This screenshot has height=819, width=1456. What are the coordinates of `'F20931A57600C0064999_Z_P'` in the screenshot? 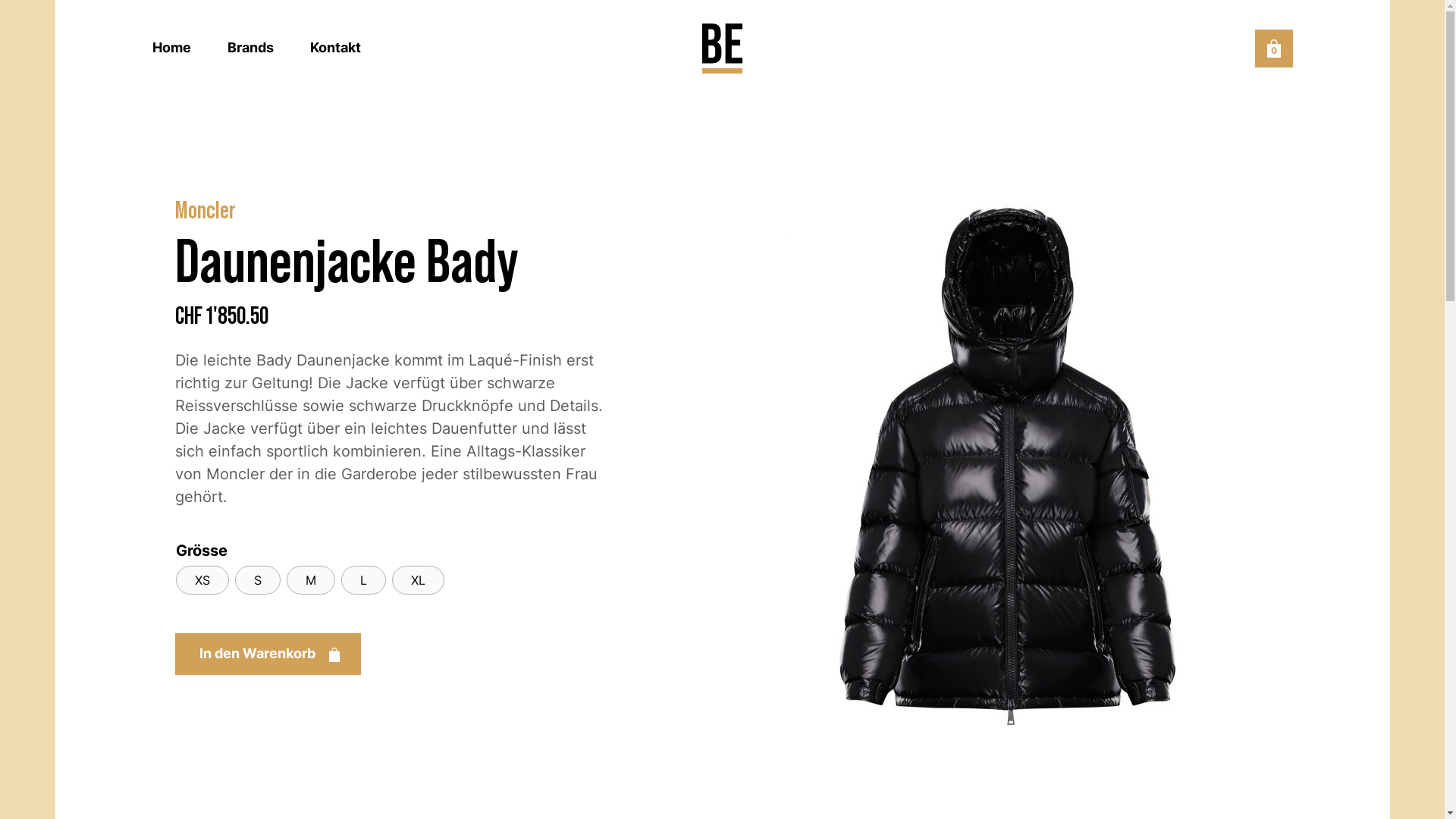 It's located at (1007, 457).